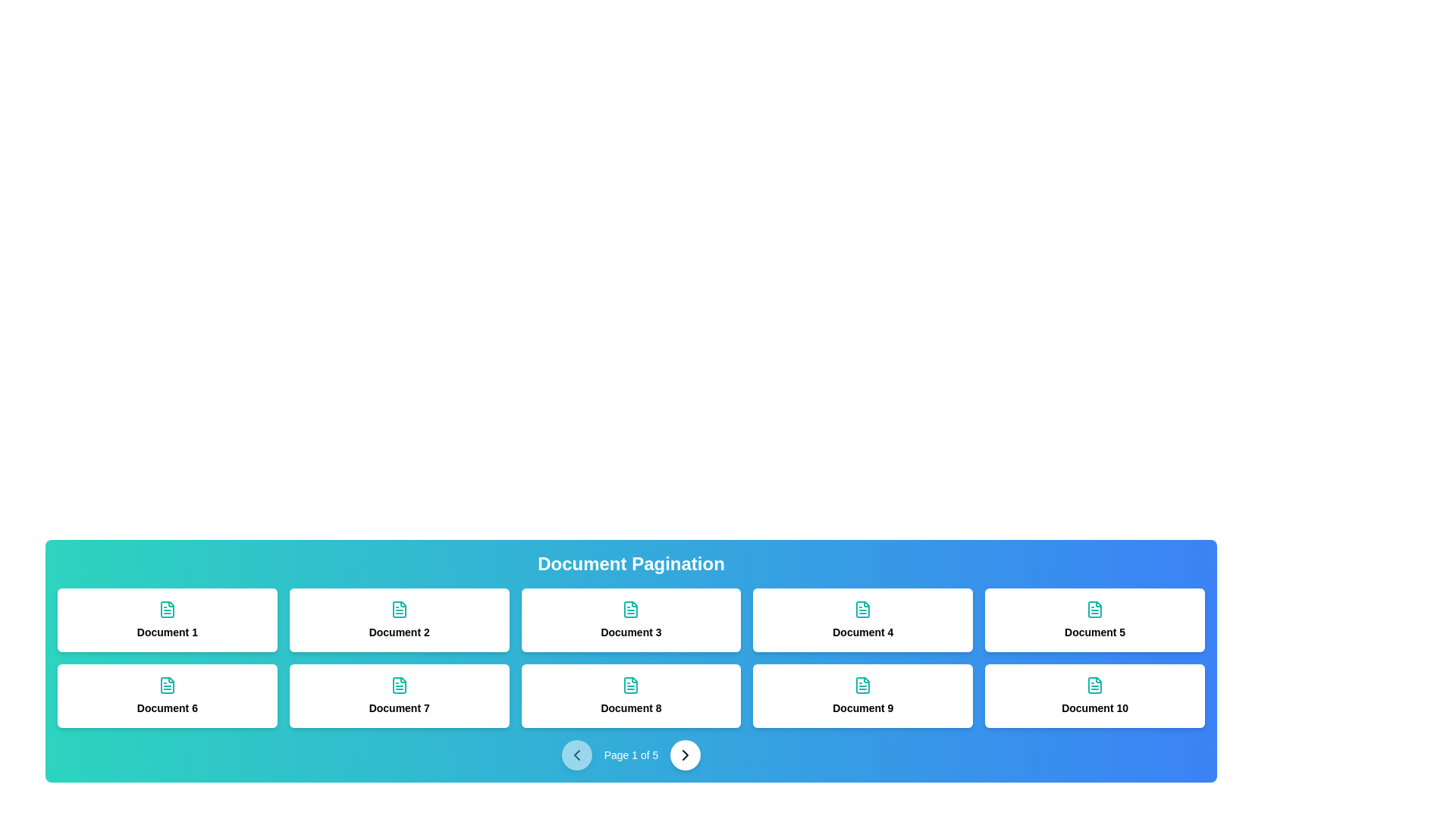 The width and height of the screenshot is (1456, 819). Describe the element at coordinates (167, 632) in the screenshot. I see `the text label 'Document 1' which is located in the top-left of the grid layout, below the document icon` at that location.